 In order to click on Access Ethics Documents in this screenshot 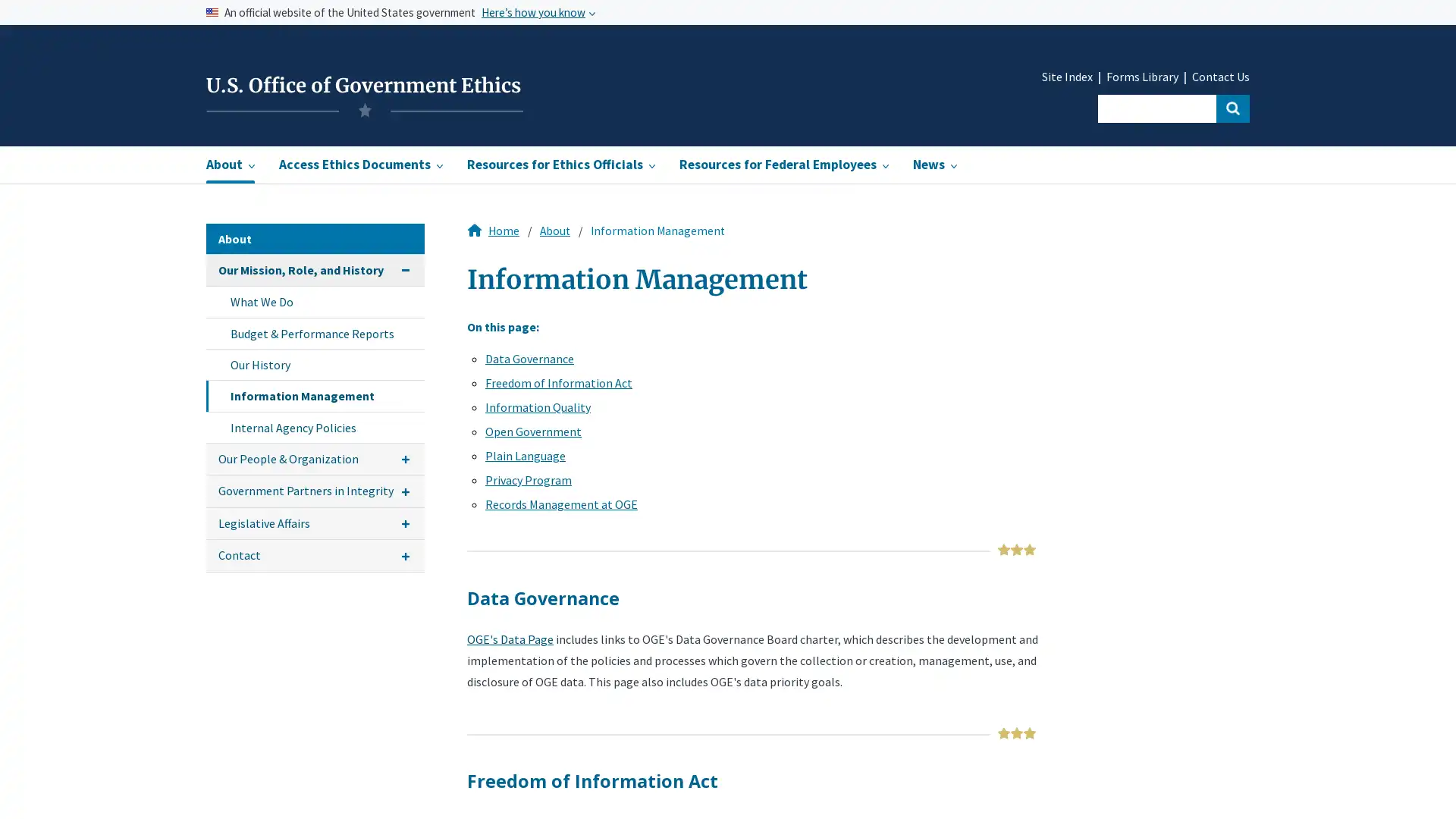, I will do `click(359, 164)`.